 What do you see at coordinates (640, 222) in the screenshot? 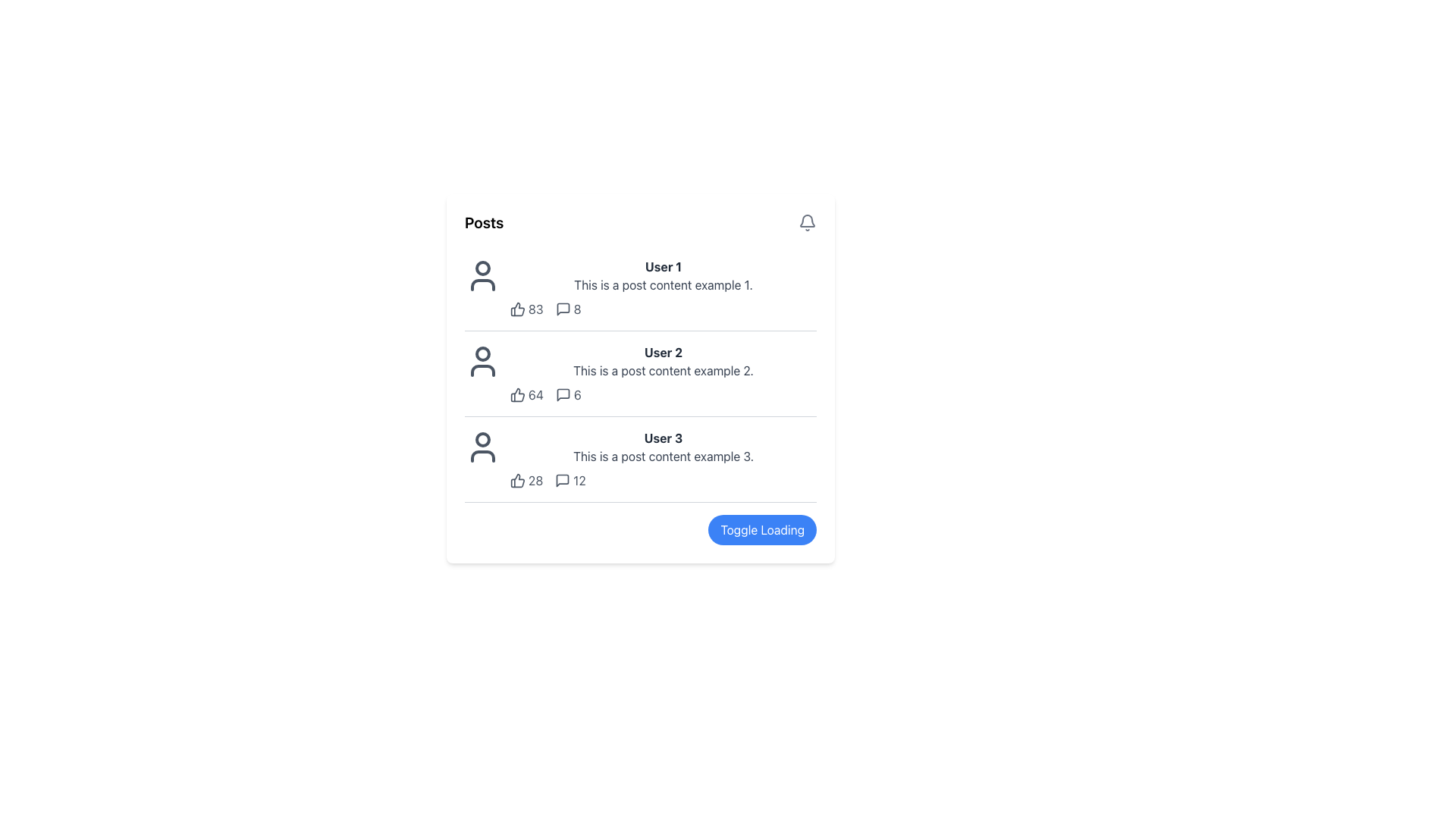
I see `the Header with icon at the top of the Posts page, which serves as the title and notification section` at bounding box center [640, 222].